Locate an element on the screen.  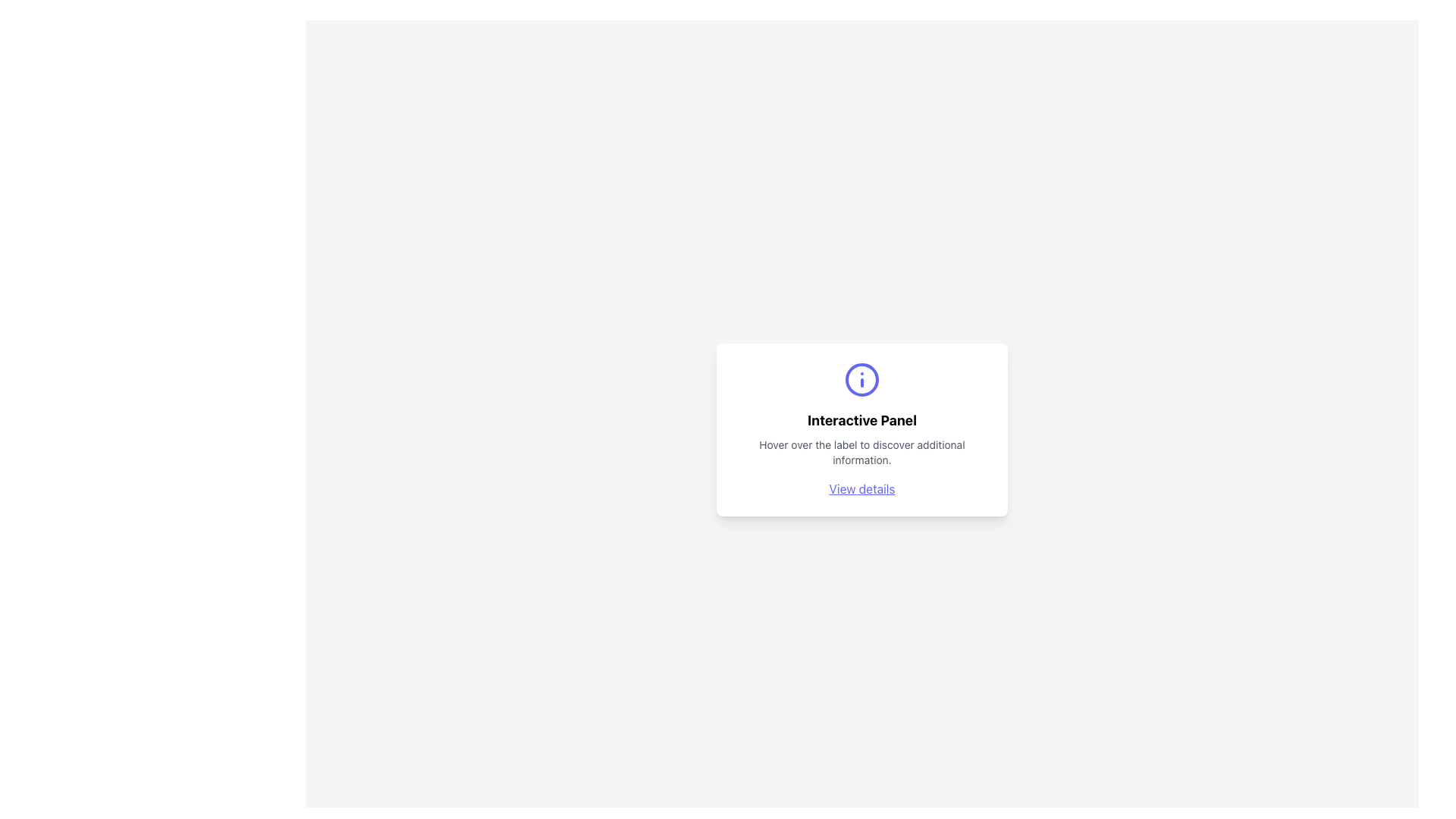
the static text that provides instructions about revealing additional information related to the 'View details' link, located below the 'Interactive Panel' title is located at coordinates (862, 452).